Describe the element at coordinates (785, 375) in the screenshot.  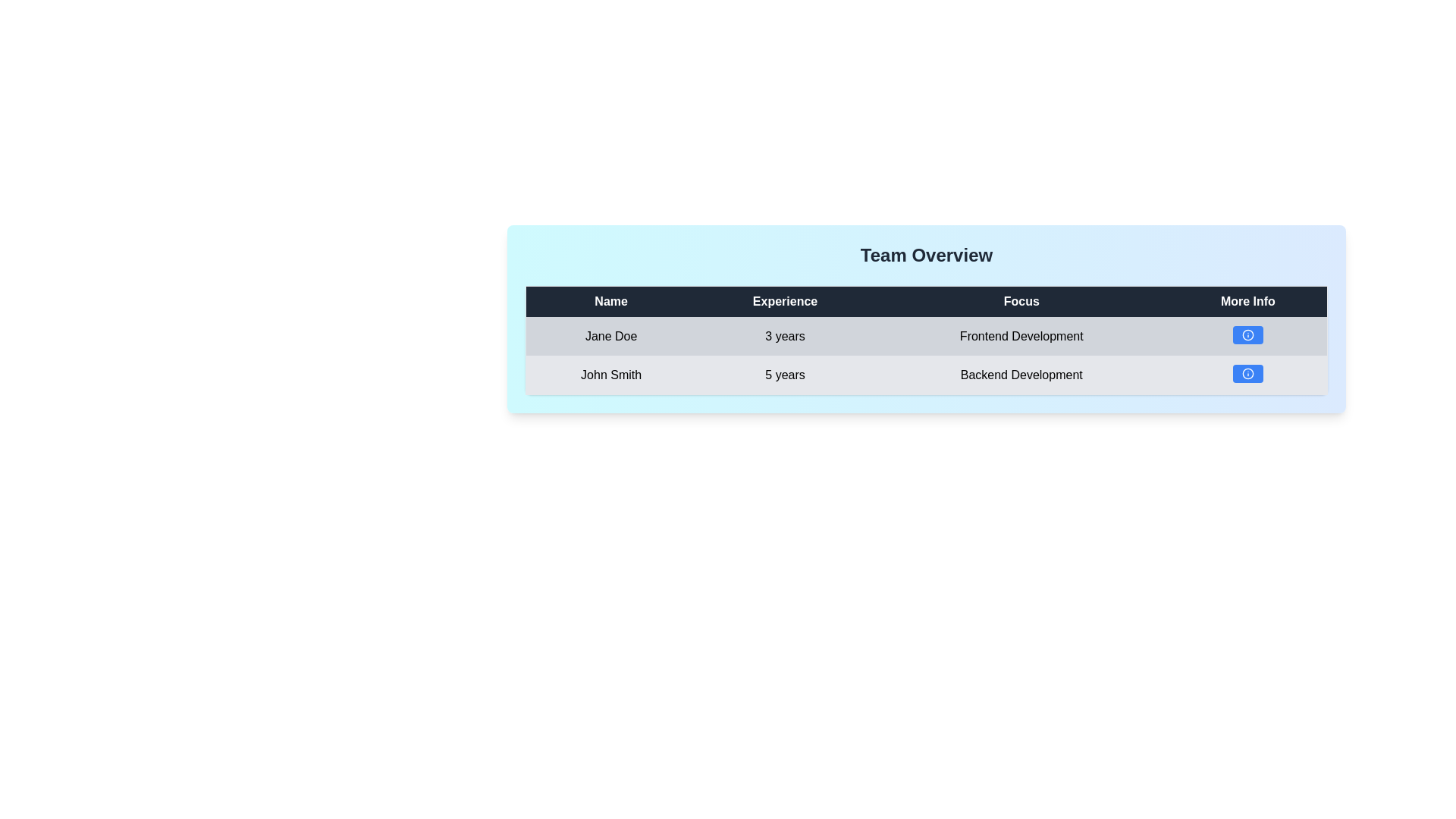
I see `displayed text '5 years' from the text display located in the second column of the second row of the table structure` at that location.